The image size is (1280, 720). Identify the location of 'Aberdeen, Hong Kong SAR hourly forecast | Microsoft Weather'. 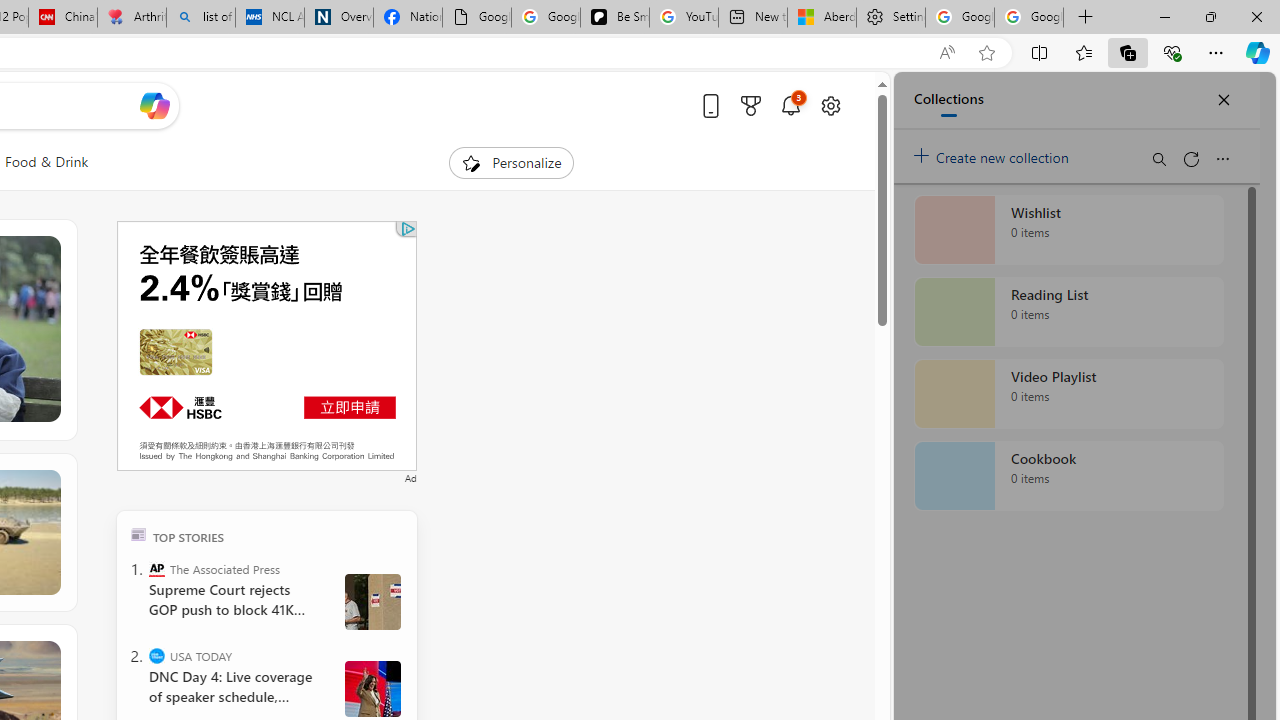
(822, 17).